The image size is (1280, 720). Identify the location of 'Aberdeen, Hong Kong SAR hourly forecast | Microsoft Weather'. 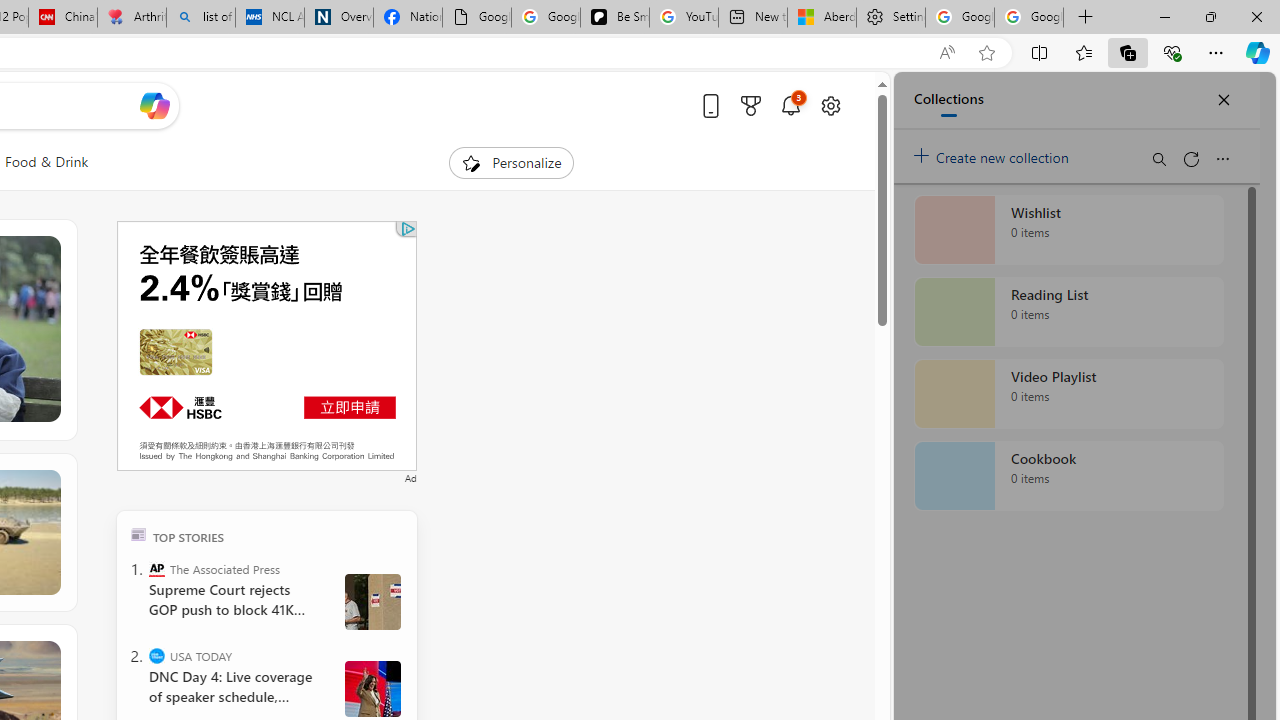
(822, 17).